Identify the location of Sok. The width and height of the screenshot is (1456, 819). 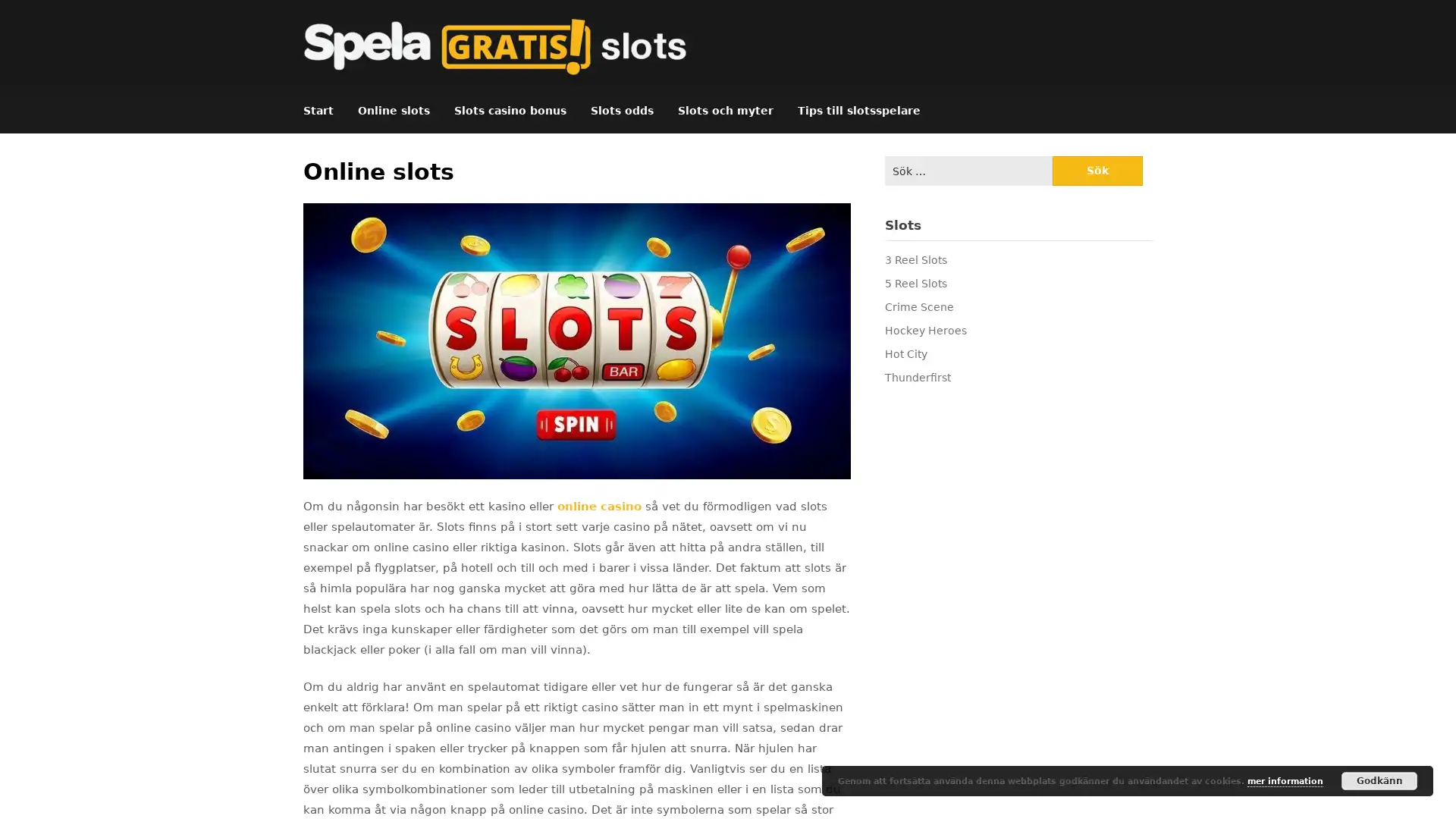
(1097, 171).